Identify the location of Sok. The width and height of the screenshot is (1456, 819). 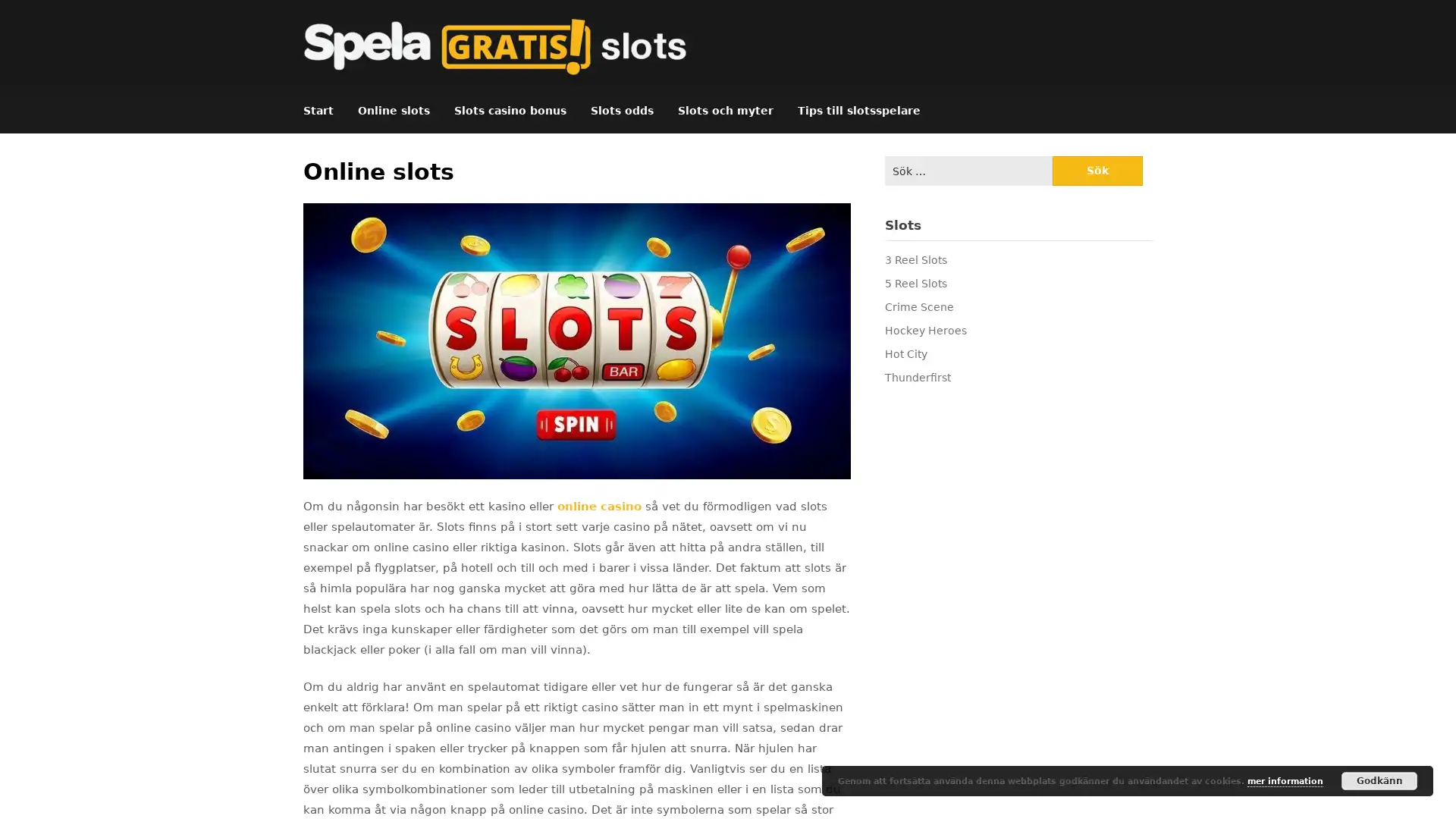
(1097, 171).